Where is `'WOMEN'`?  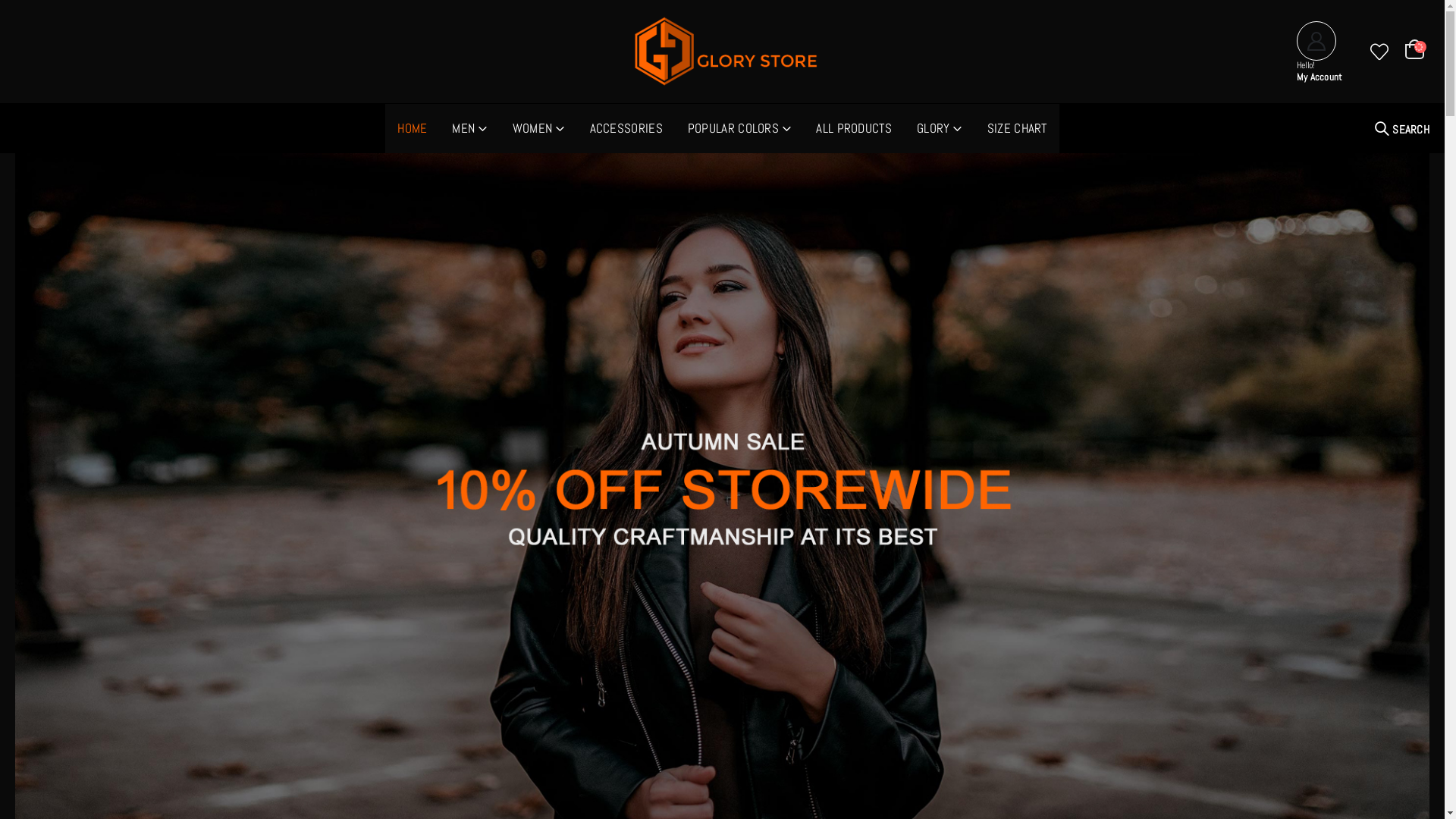
'WOMEN' is located at coordinates (538, 127).